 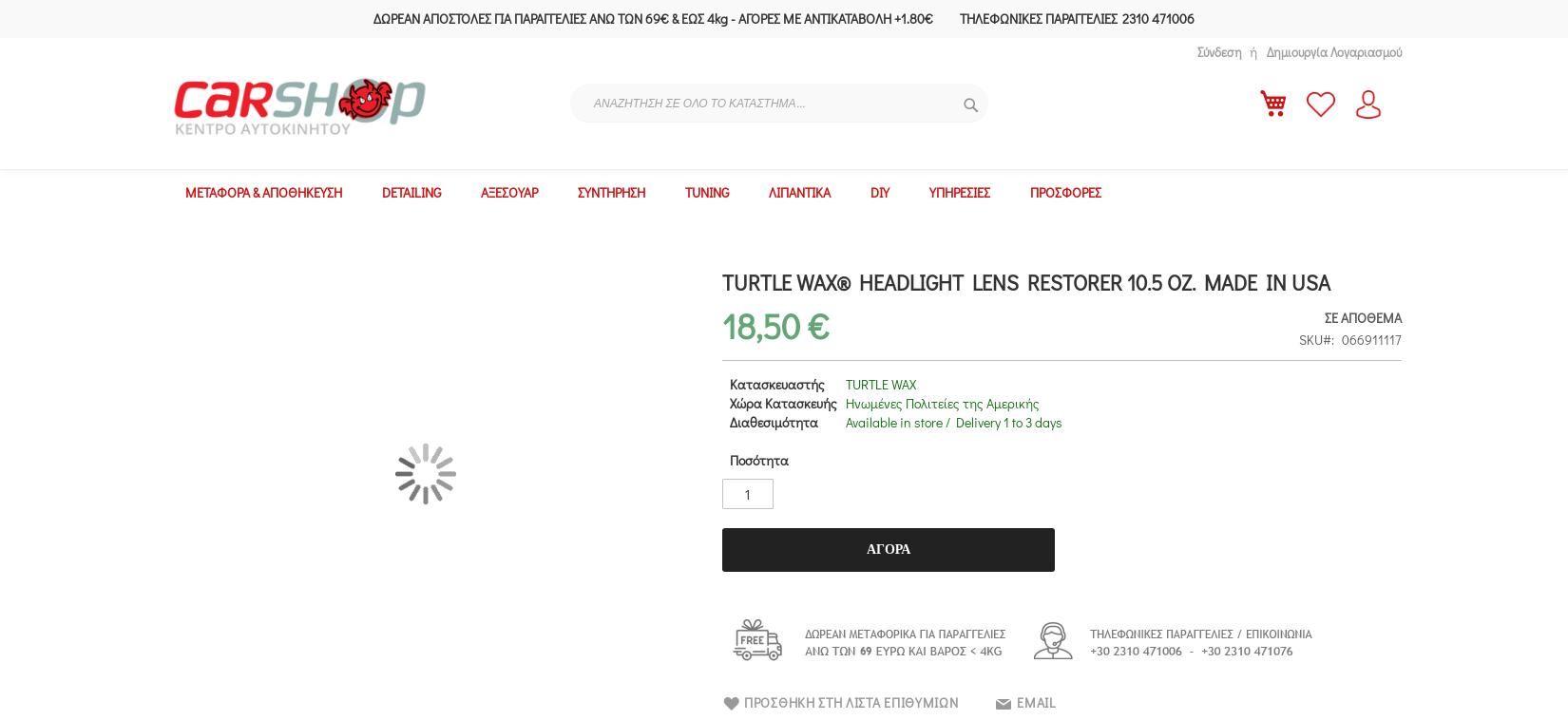 What do you see at coordinates (879, 192) in the screenshot?
I see `'DIY'` at bounding box center [879, 192].